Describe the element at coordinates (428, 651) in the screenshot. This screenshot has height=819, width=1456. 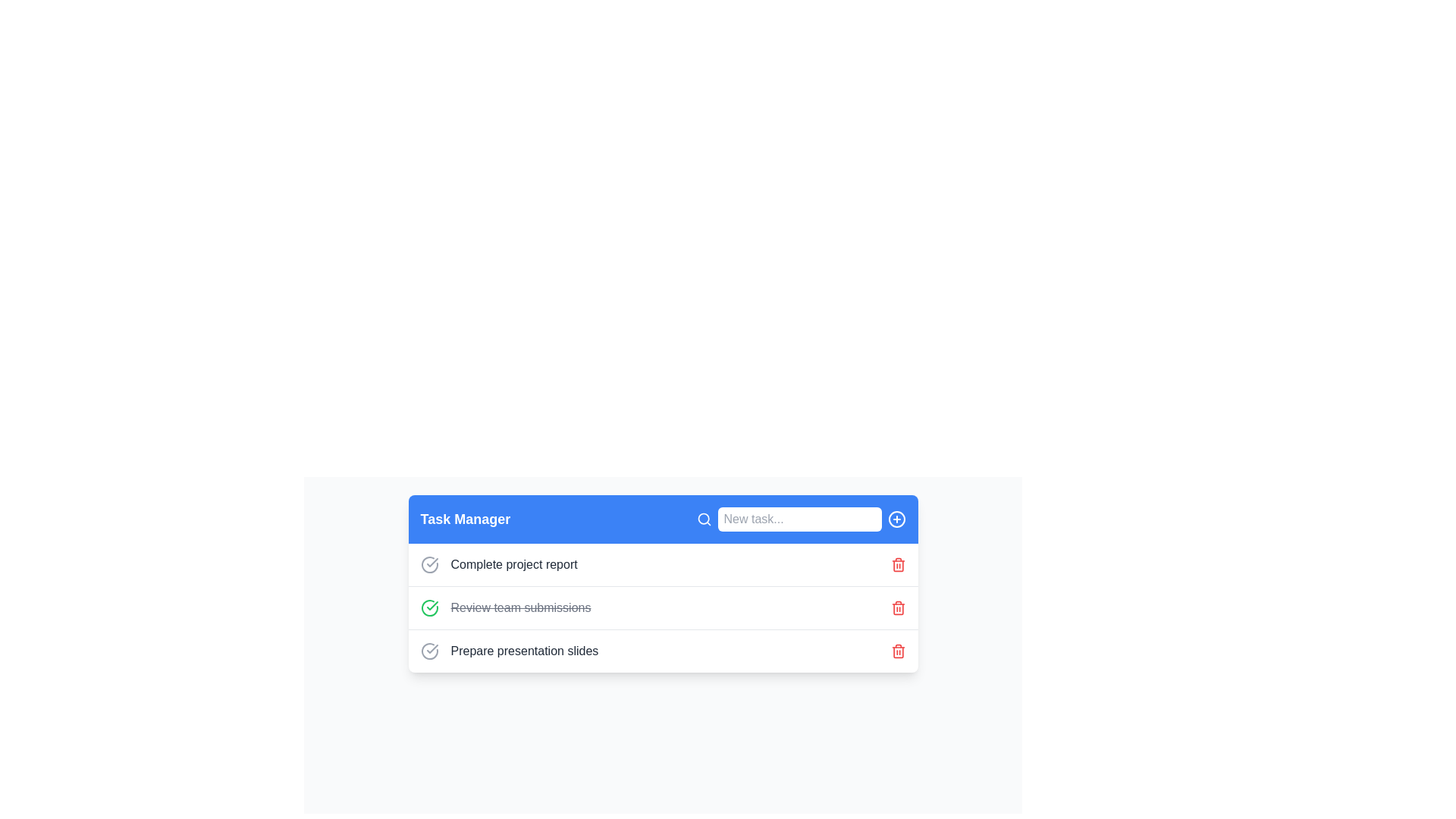
I see `the Checkbox-like icon that indicates the completion status of the task 'Prepare presentation slides' located on the leftmost side of the task entry` at that location.